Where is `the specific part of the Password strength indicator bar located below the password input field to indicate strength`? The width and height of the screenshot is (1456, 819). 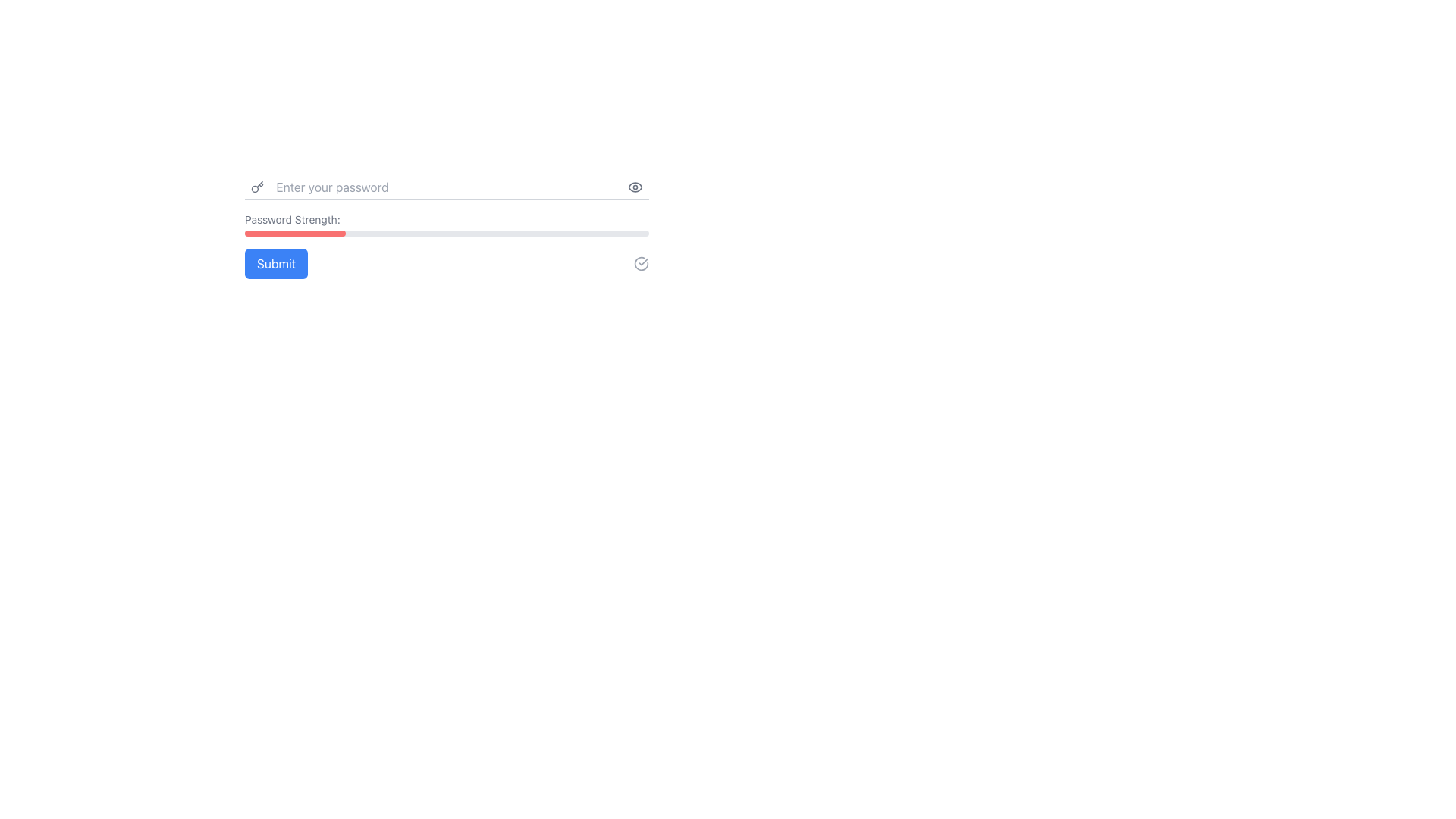
the specific part of the Password strength indicator bar located below the password input field to indicate strength is located at coordinates (446, 224).